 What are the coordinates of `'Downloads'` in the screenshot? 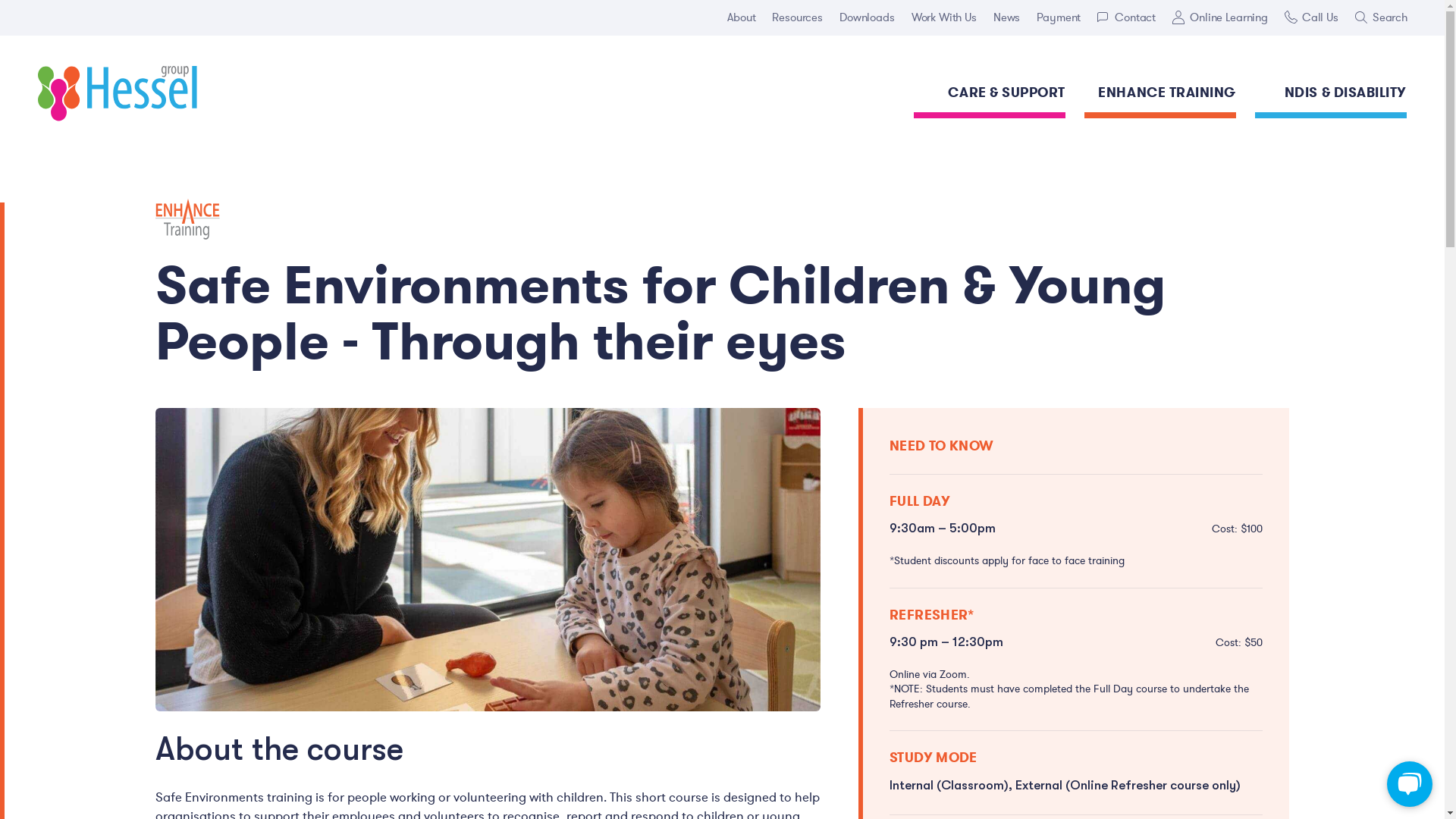 It's located at (867, 17).